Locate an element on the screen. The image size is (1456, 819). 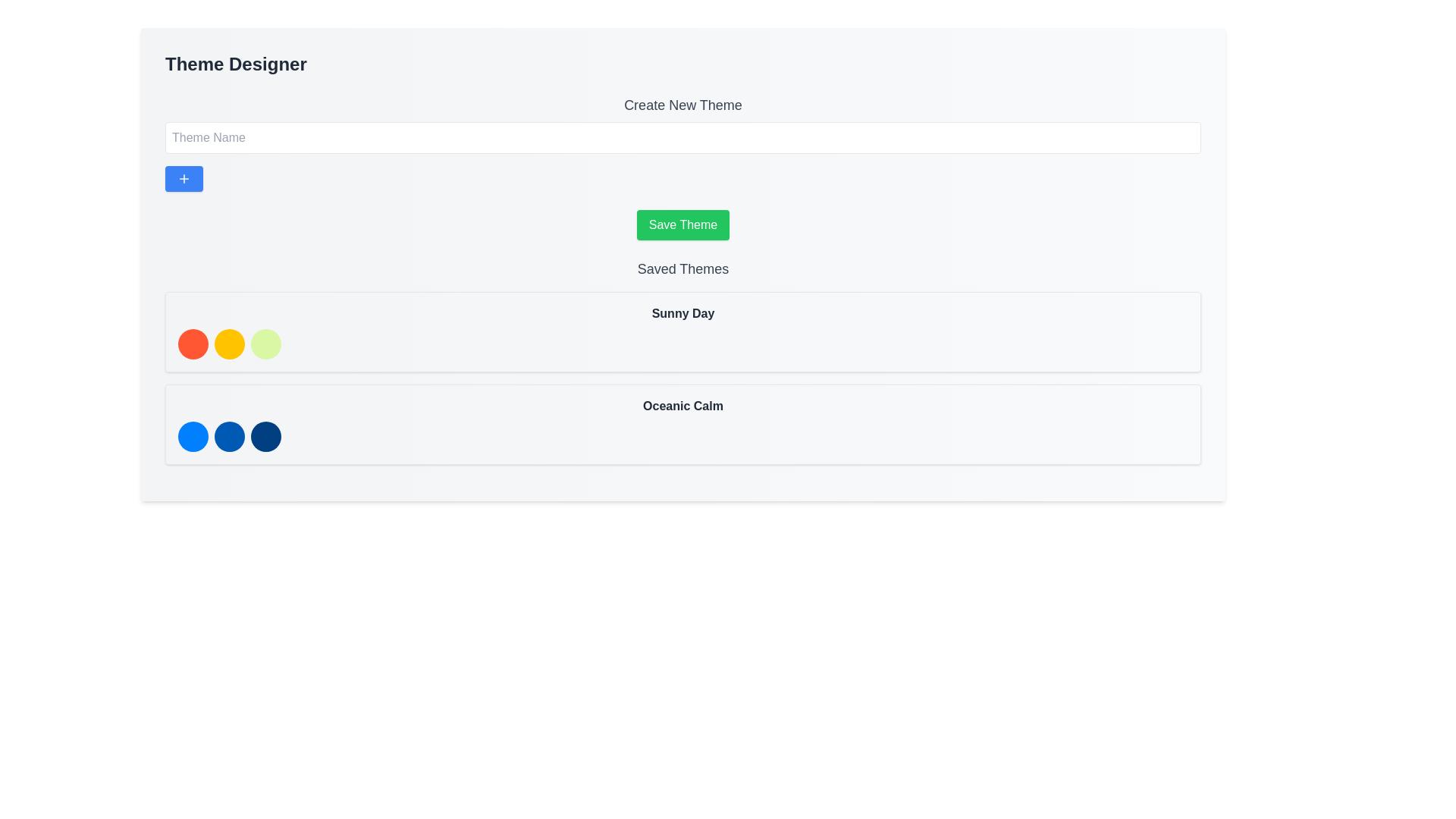
the leftmost color swatch in the horizontal arrangement below the 'Sunny Day' label in the 'Saved Themes' section is located at coordinates (192, 344).